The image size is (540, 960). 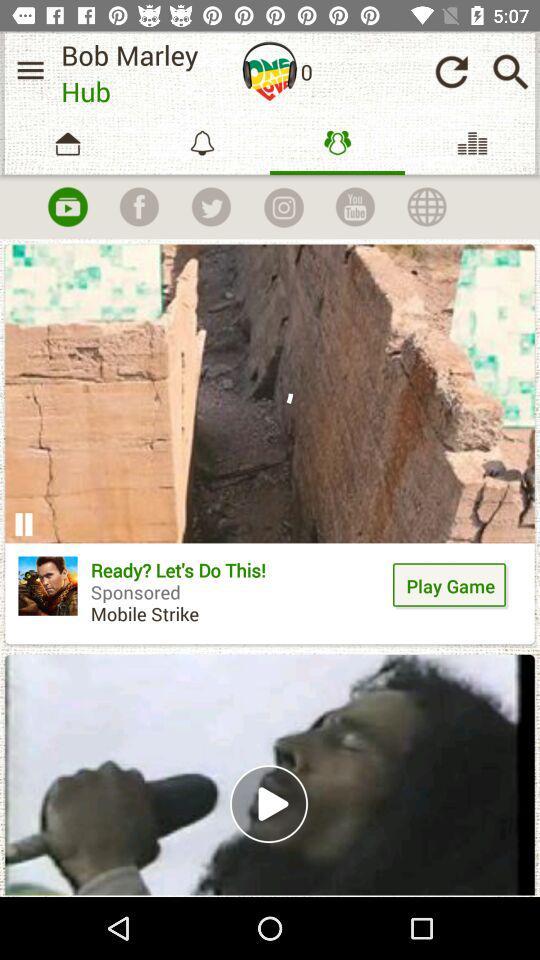 What do you see at coordinates (210, 206) in the screenshot?
I see `the twitter icon` at bounding box center [210, 206].